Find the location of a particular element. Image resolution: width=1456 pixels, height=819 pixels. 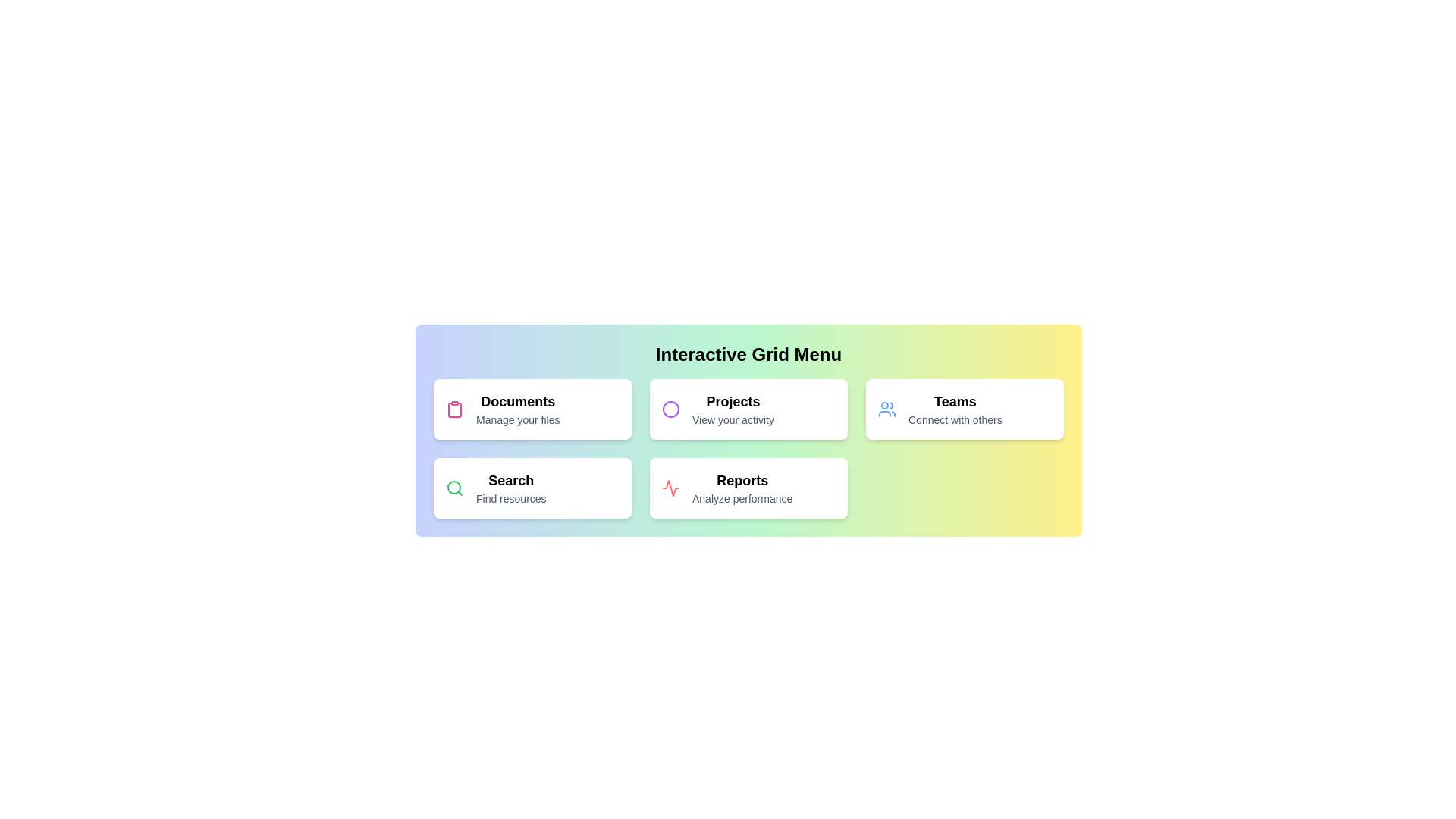

the grid item labeled Projects to observe the hover effect is located at coordinates (748, 409).